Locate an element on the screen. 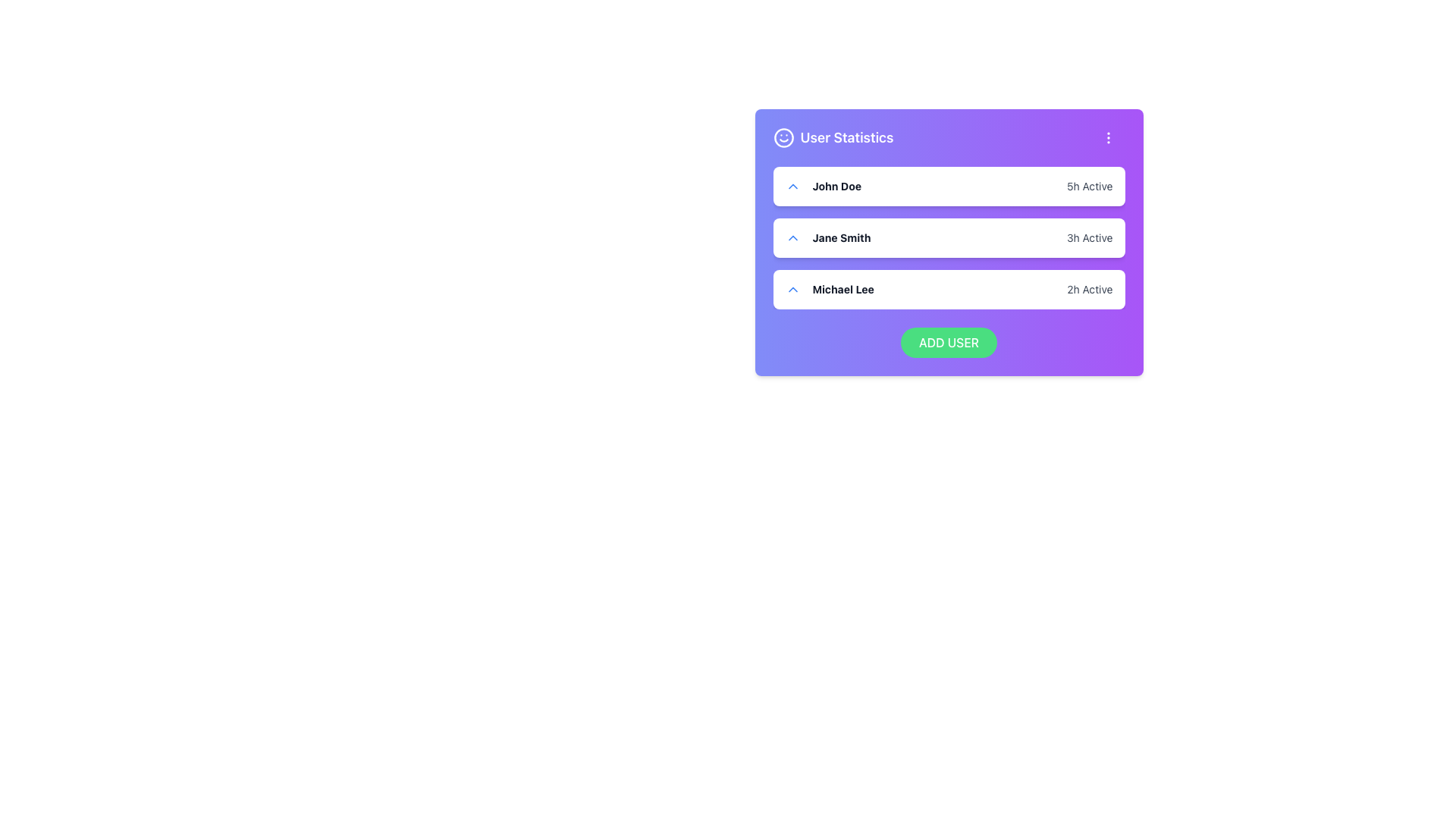 The width and height of the screenshot is (1456, 819). the user name text display, which is the second entry in the user statistics section is located at coordinates (840, 237).